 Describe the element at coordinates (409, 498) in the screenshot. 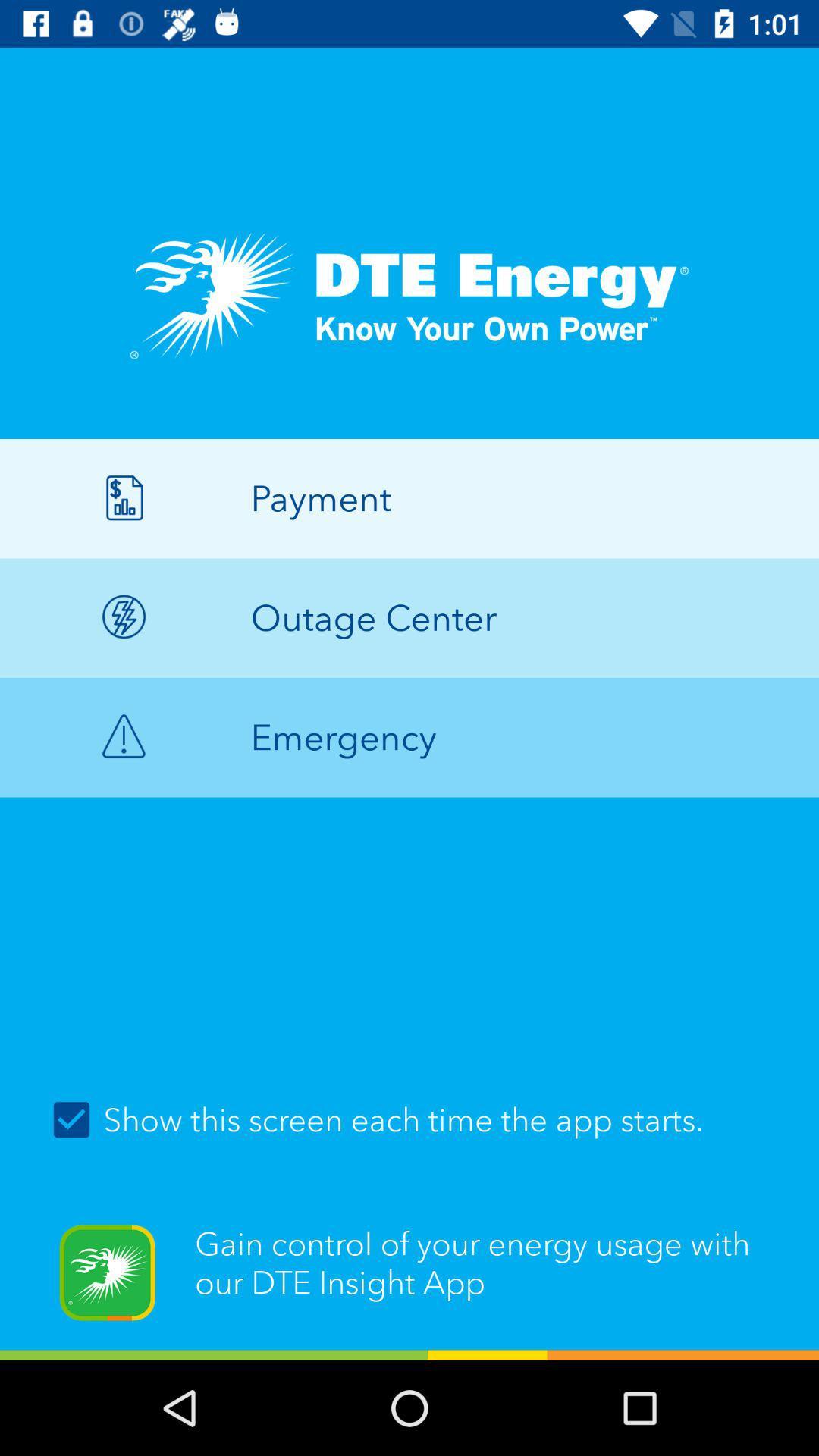

I see `payment` at that location.